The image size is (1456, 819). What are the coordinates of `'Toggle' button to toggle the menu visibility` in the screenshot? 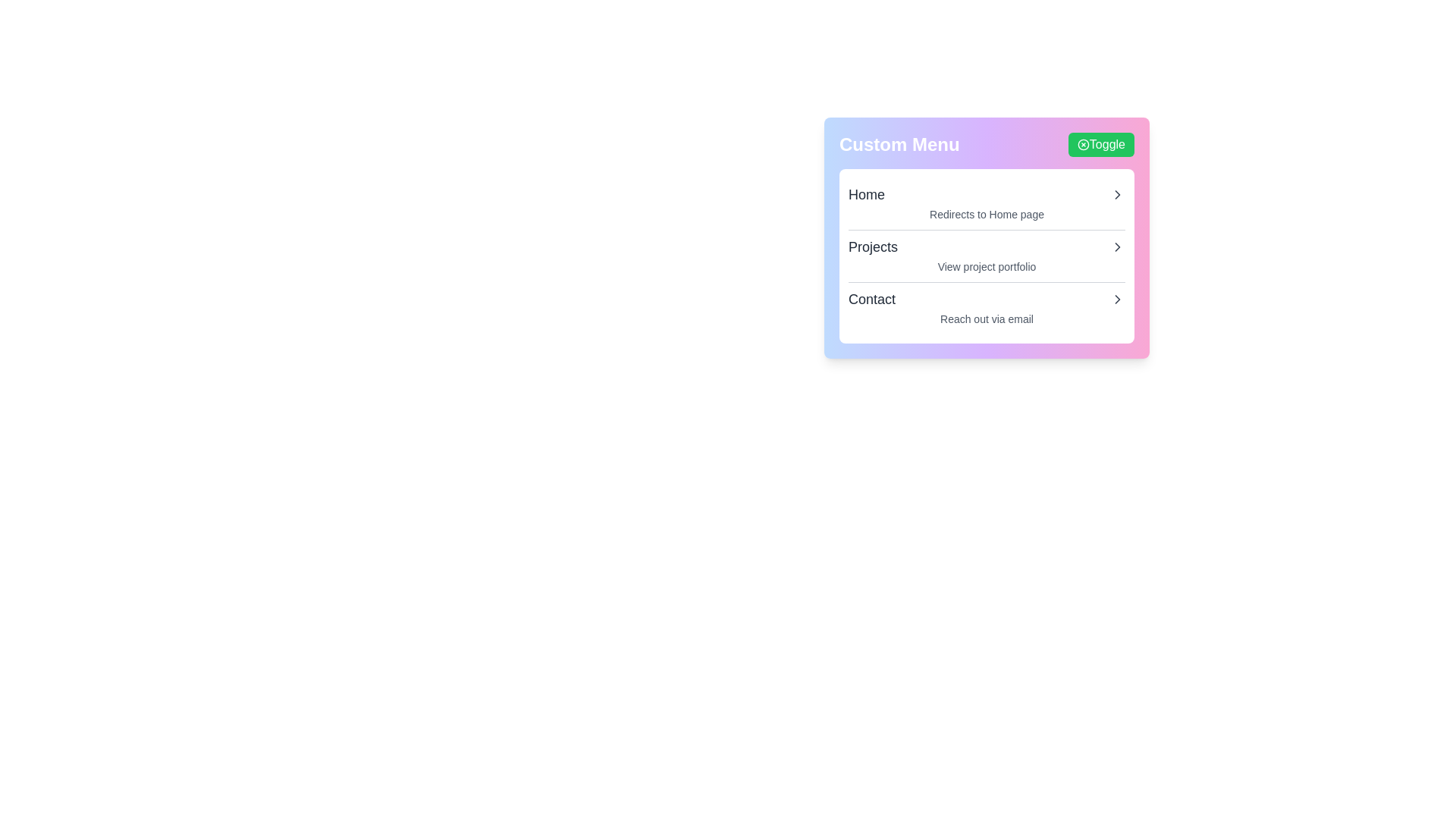 It's located at (1100, 145).